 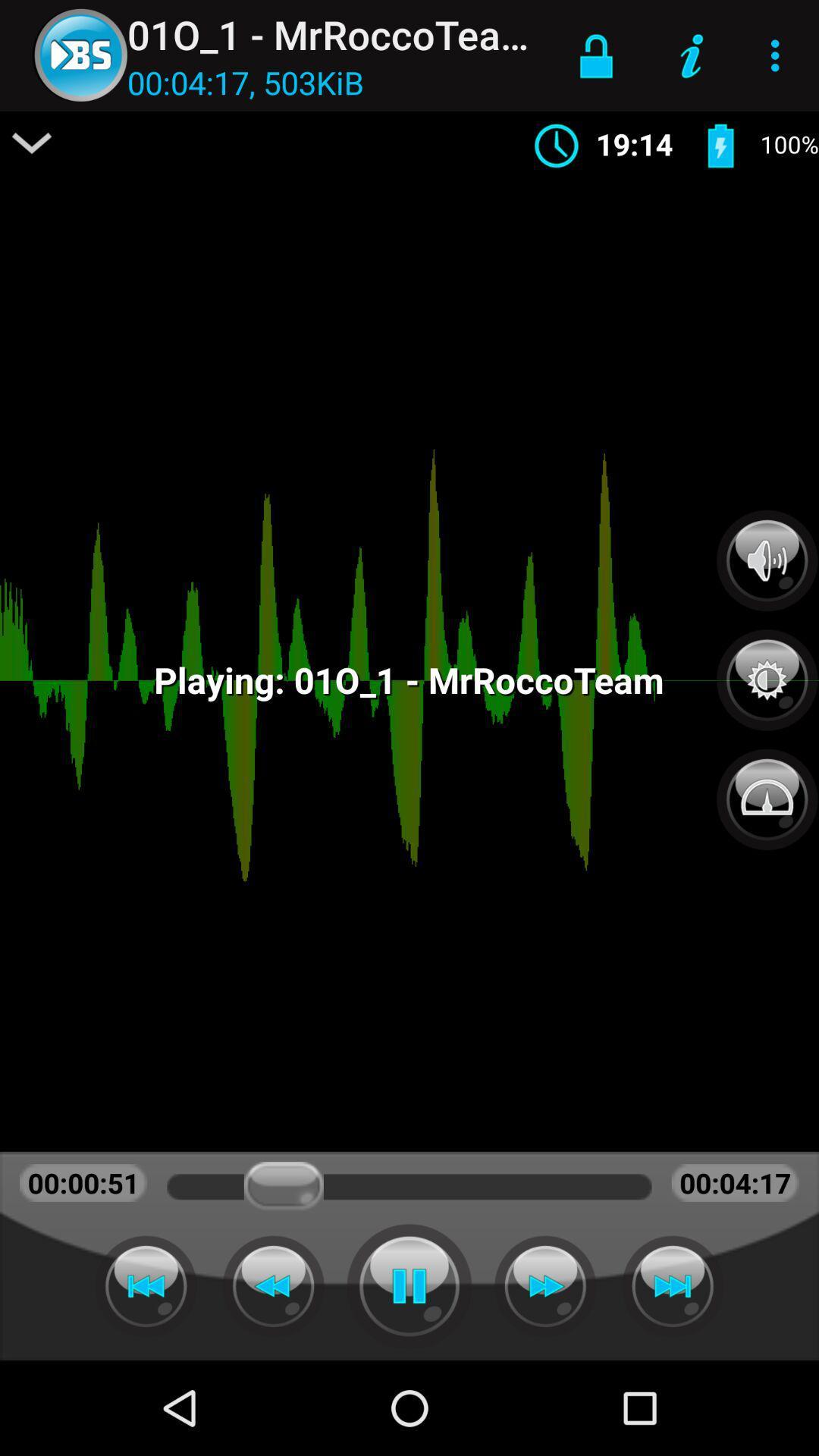 What do you see at coordinates (672, 1285) in the screenshot?
I see `the skip_next icon` at bounding box center [672, 1285].